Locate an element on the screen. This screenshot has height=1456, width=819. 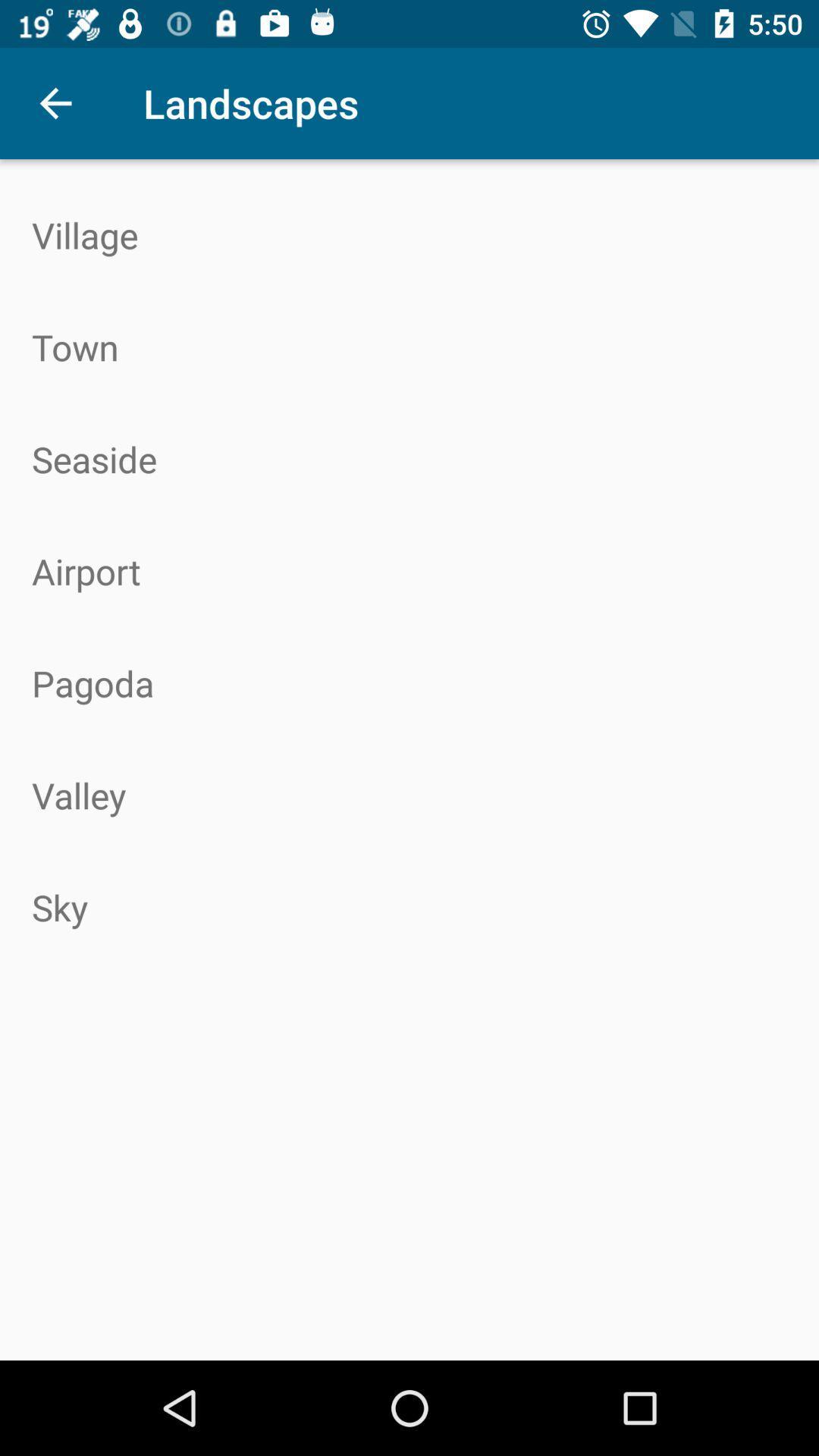
icon above airport is located at coordinates (409, 458).